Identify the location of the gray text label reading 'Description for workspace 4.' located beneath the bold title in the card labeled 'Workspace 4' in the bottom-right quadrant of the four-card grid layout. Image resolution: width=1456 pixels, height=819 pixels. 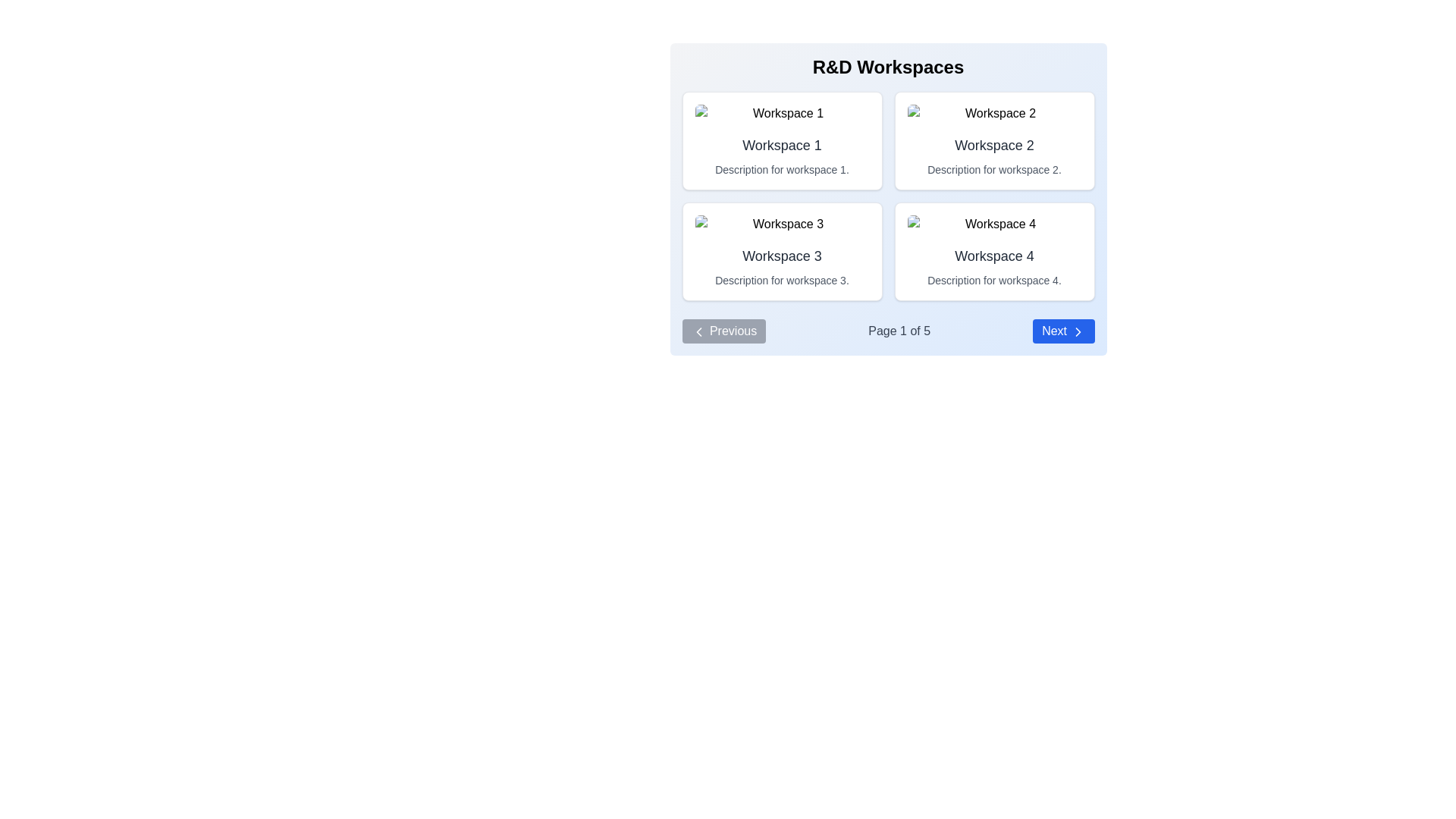
(994, 281).